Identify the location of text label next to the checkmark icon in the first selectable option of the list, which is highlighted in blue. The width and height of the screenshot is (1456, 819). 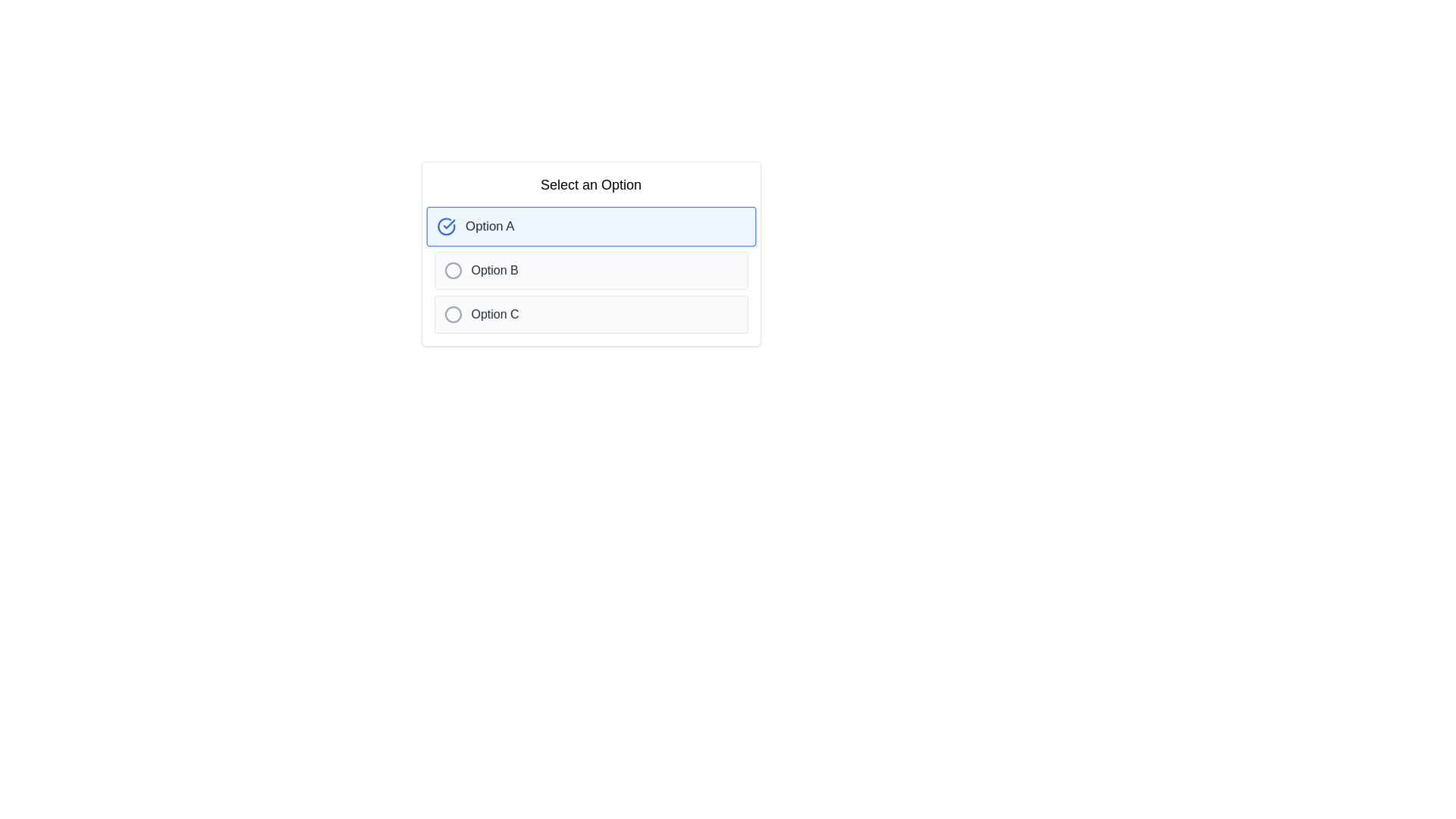
(489, 227).